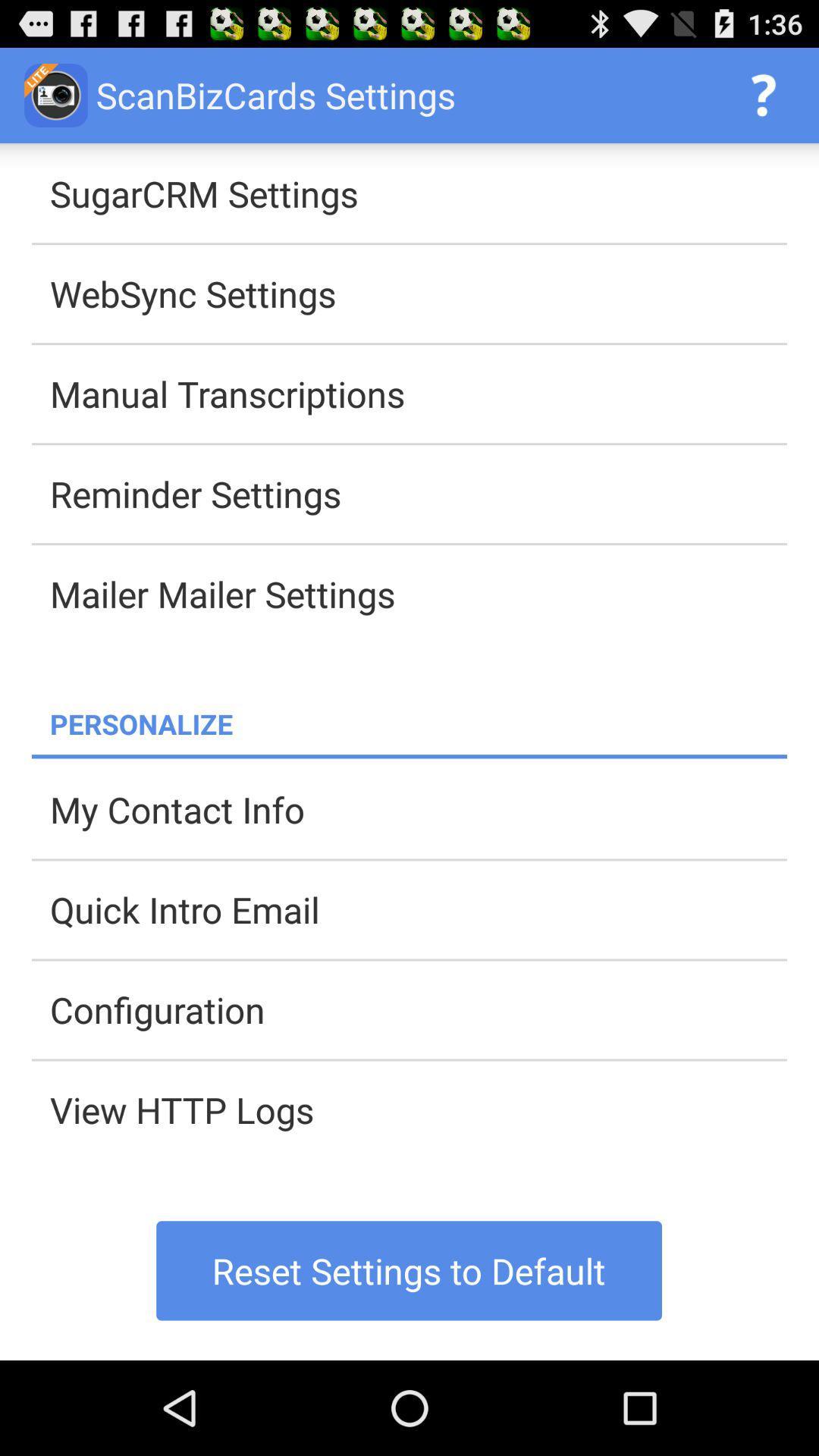  What do you see at coordinates (418, 909) in the screenshot?
I see `icon below my contact info app` at bounding box center [418, 909].